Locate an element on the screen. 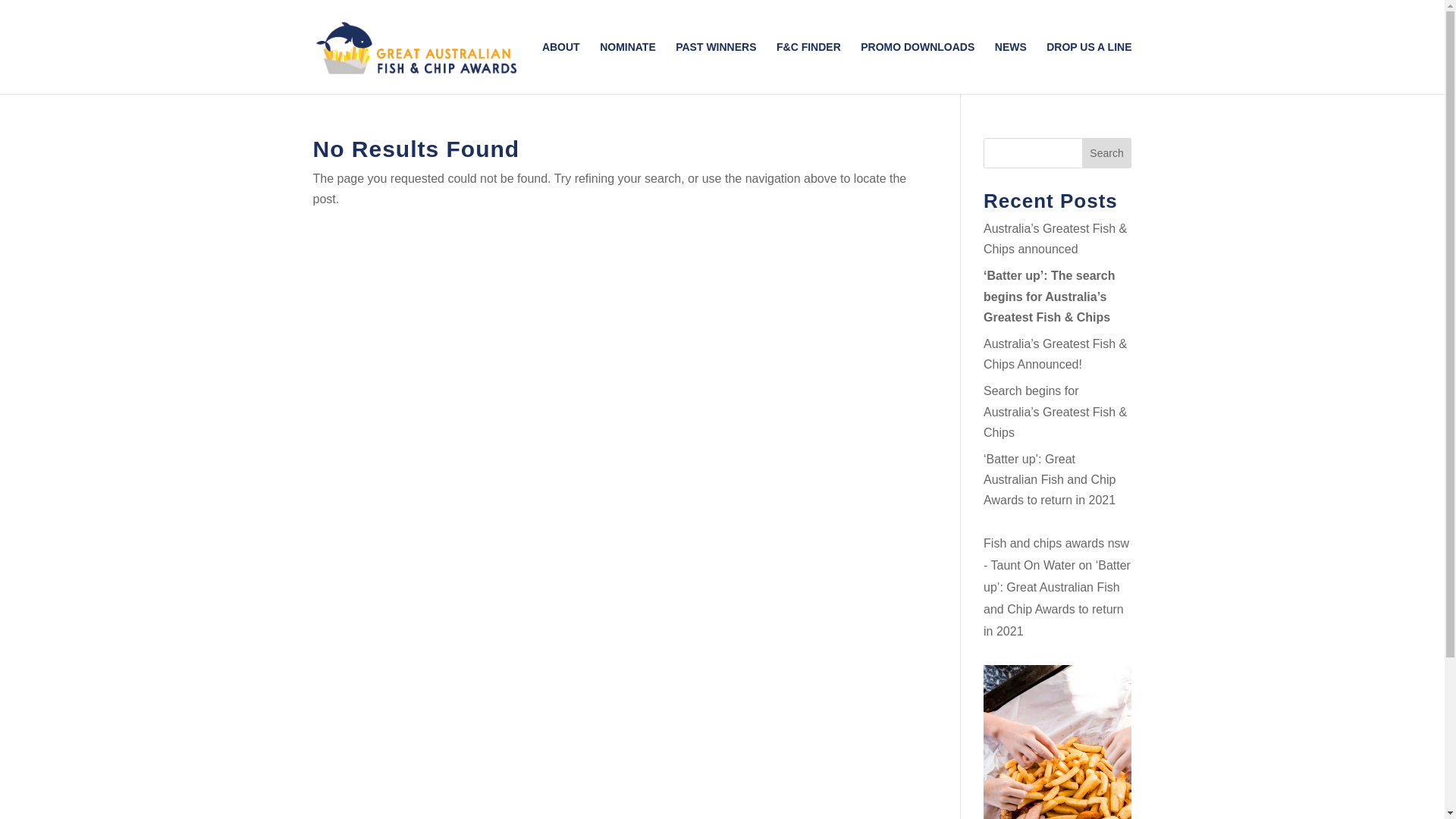  'ABOUT' is located at coordinates (560, 67).